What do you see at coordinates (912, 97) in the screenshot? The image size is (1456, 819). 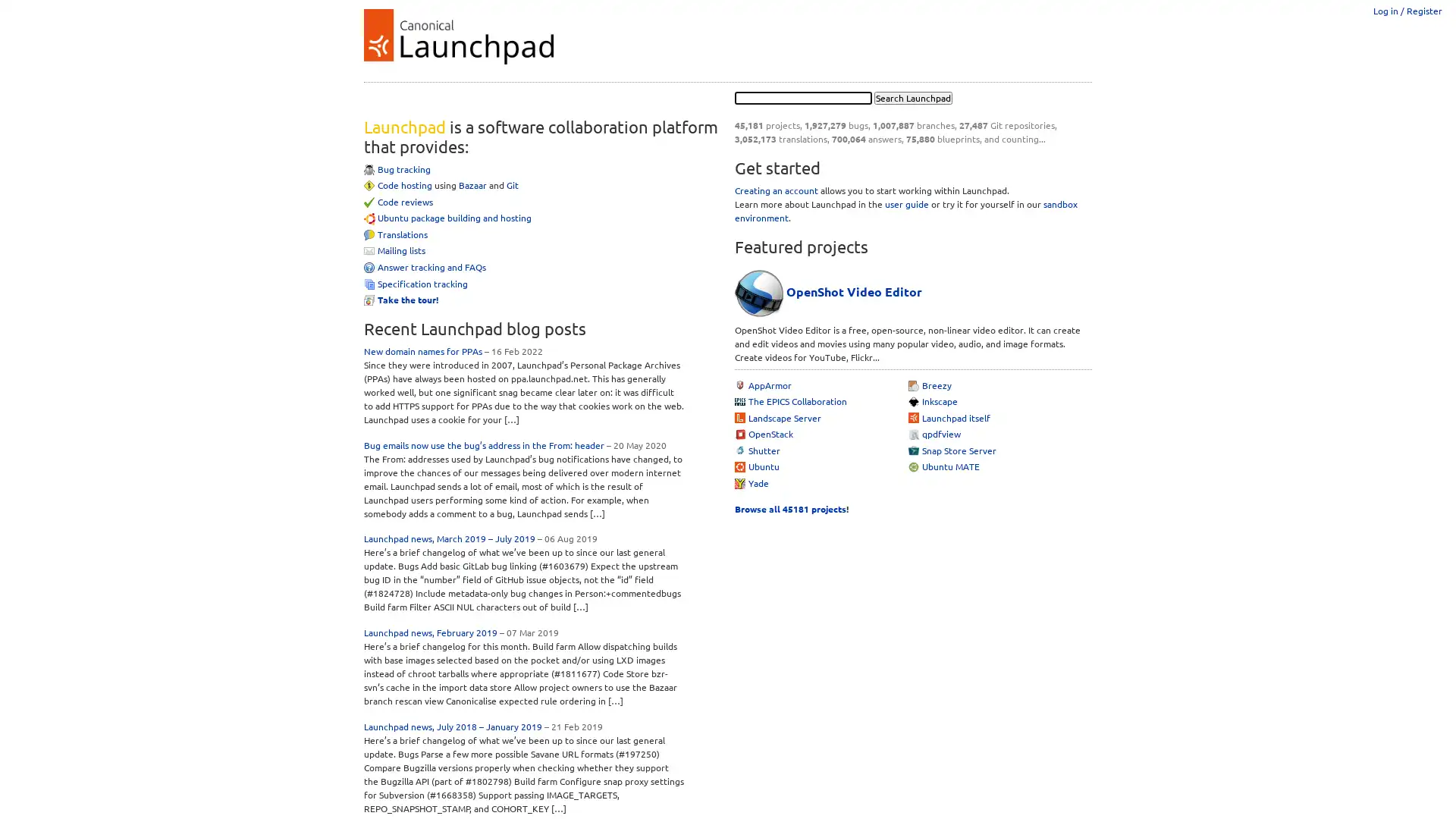 I see `Search Launchpad` at bounding box center [912, 97].